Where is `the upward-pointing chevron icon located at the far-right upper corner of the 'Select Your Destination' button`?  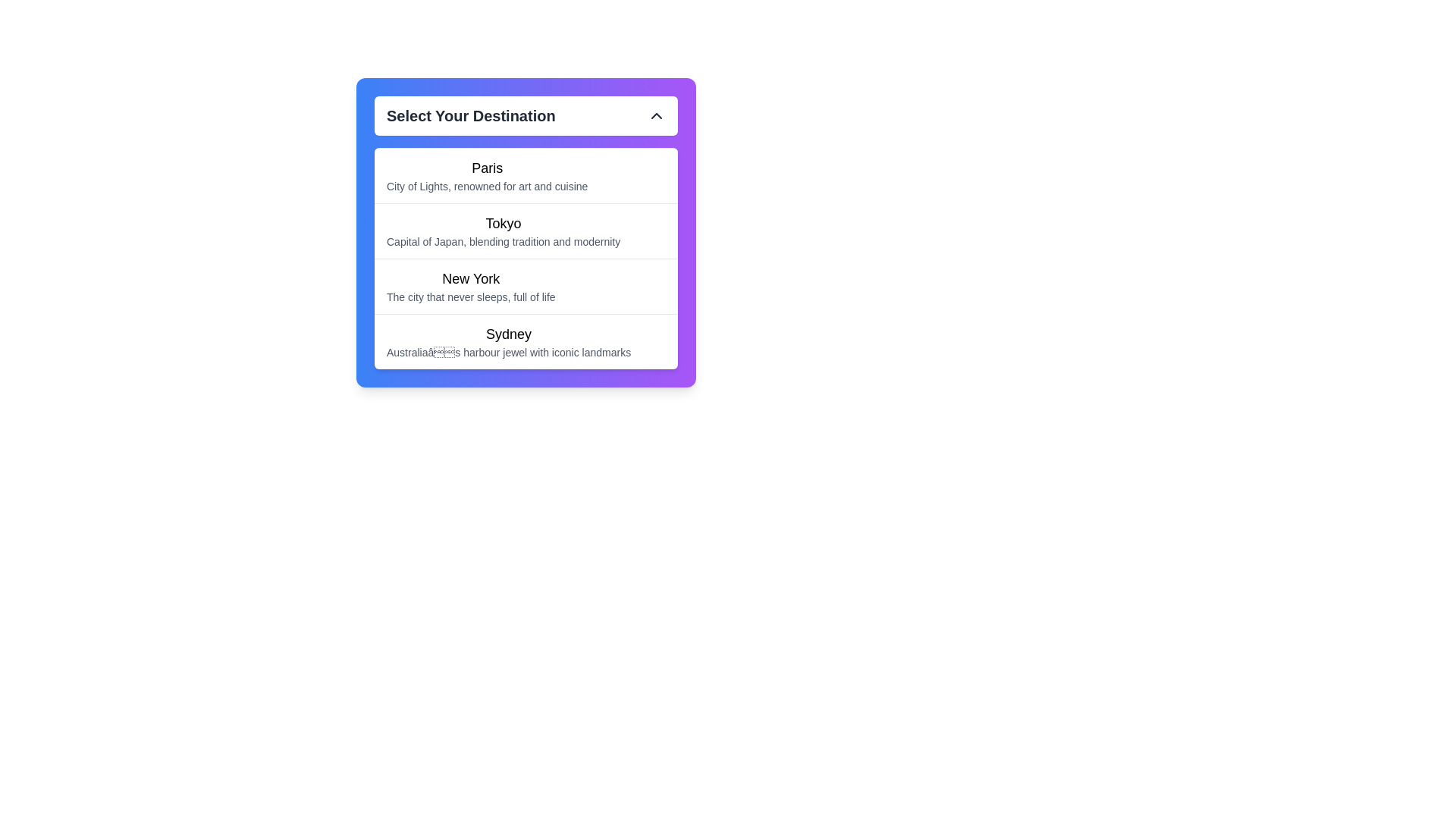
the upward-pointing chevron icon located at the far-right upper corner of the 'Select Your Destination' button is located at coordinates (656, 115).